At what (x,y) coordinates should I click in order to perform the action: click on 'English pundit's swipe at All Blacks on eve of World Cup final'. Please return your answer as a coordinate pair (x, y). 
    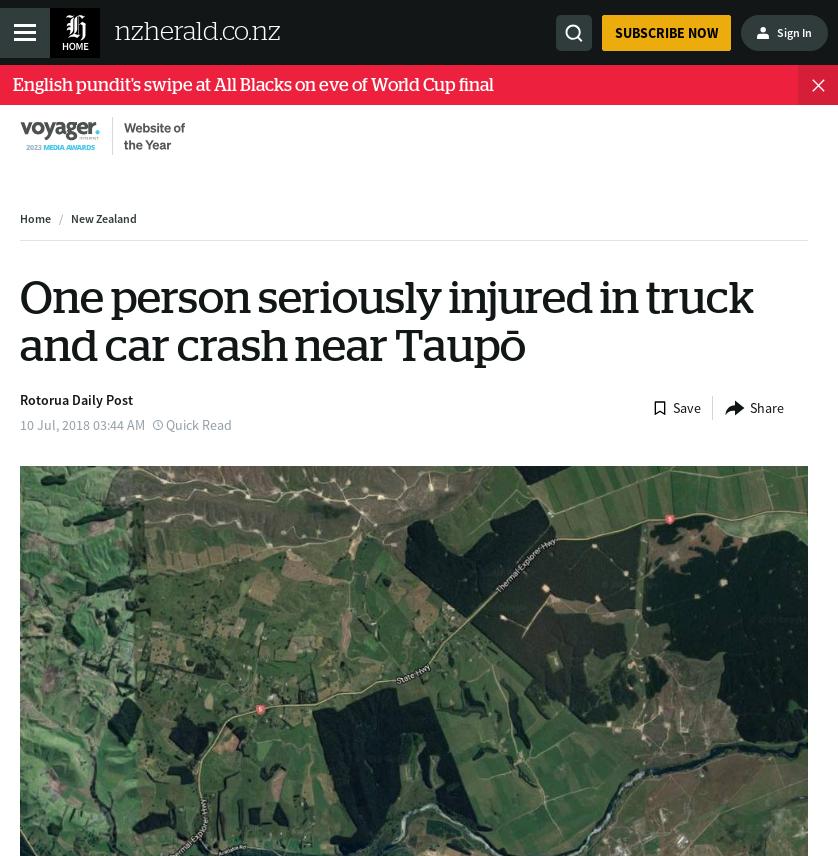
    Looking at the image, I should click on (252, 85).